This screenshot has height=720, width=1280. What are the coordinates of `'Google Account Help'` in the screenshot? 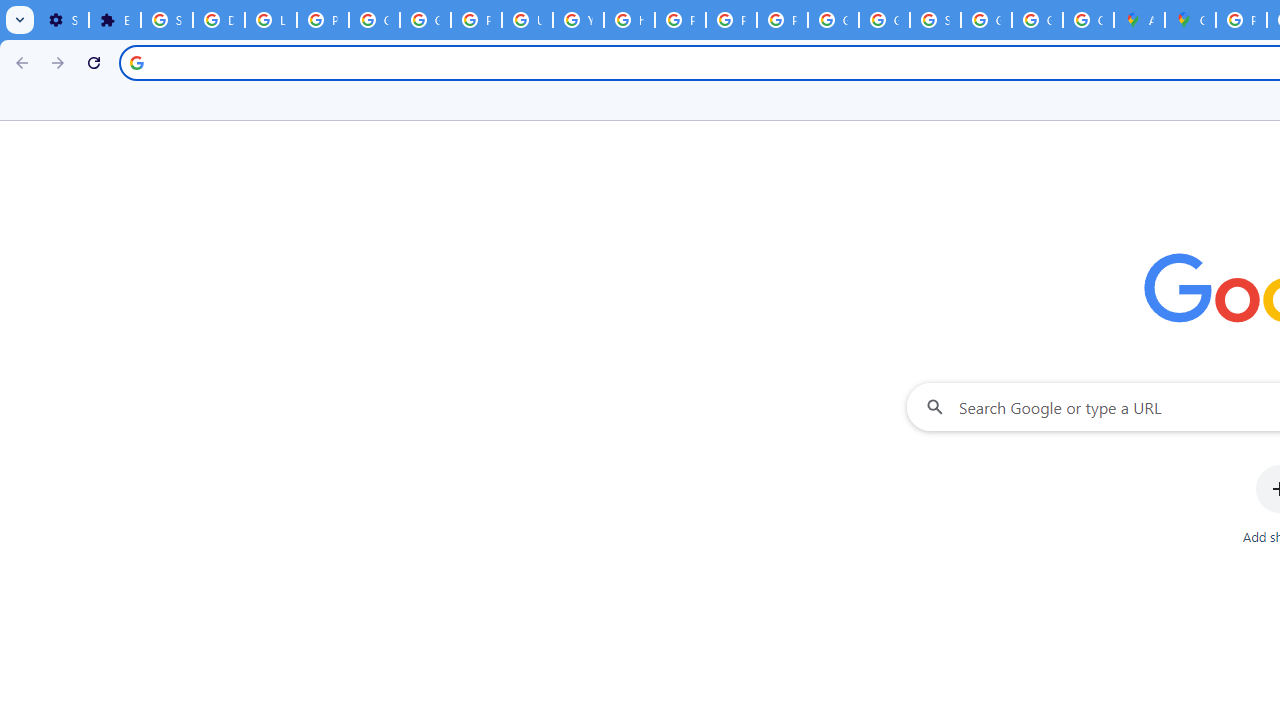 It's located at (375, 20).